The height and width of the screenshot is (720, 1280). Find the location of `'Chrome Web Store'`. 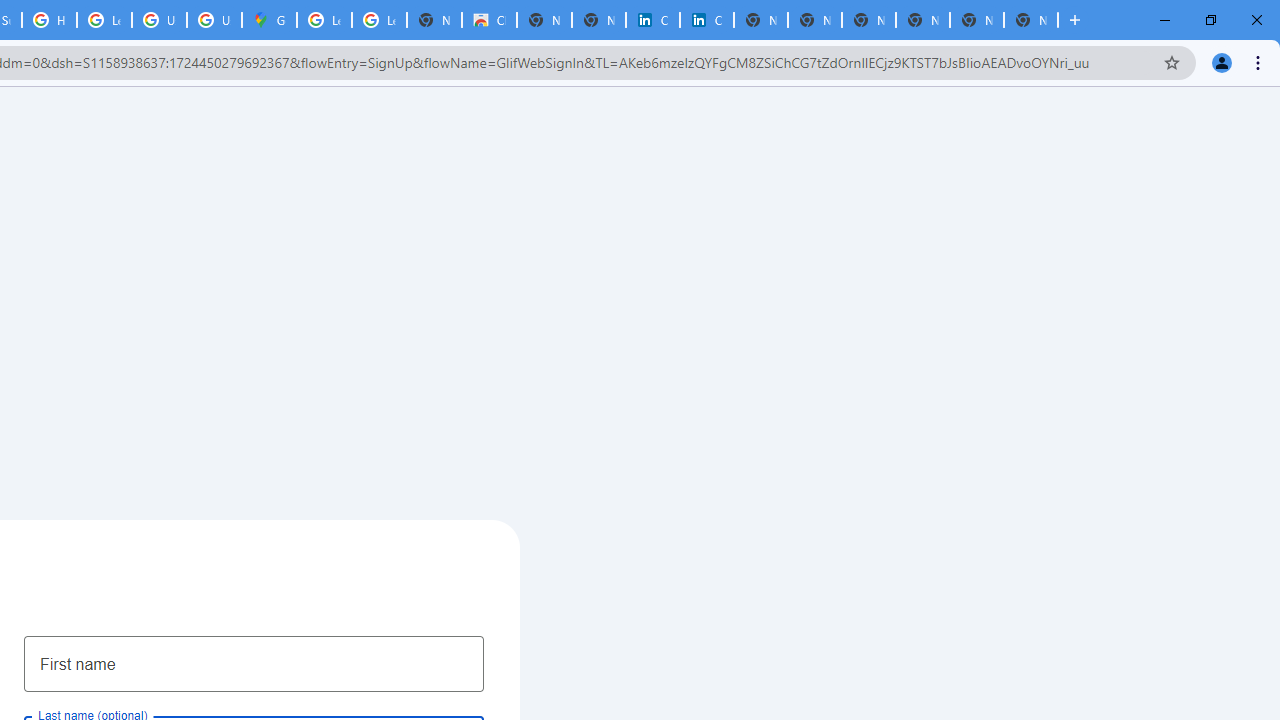

'Chrome Web Store' is located at coordinates (489, 20).